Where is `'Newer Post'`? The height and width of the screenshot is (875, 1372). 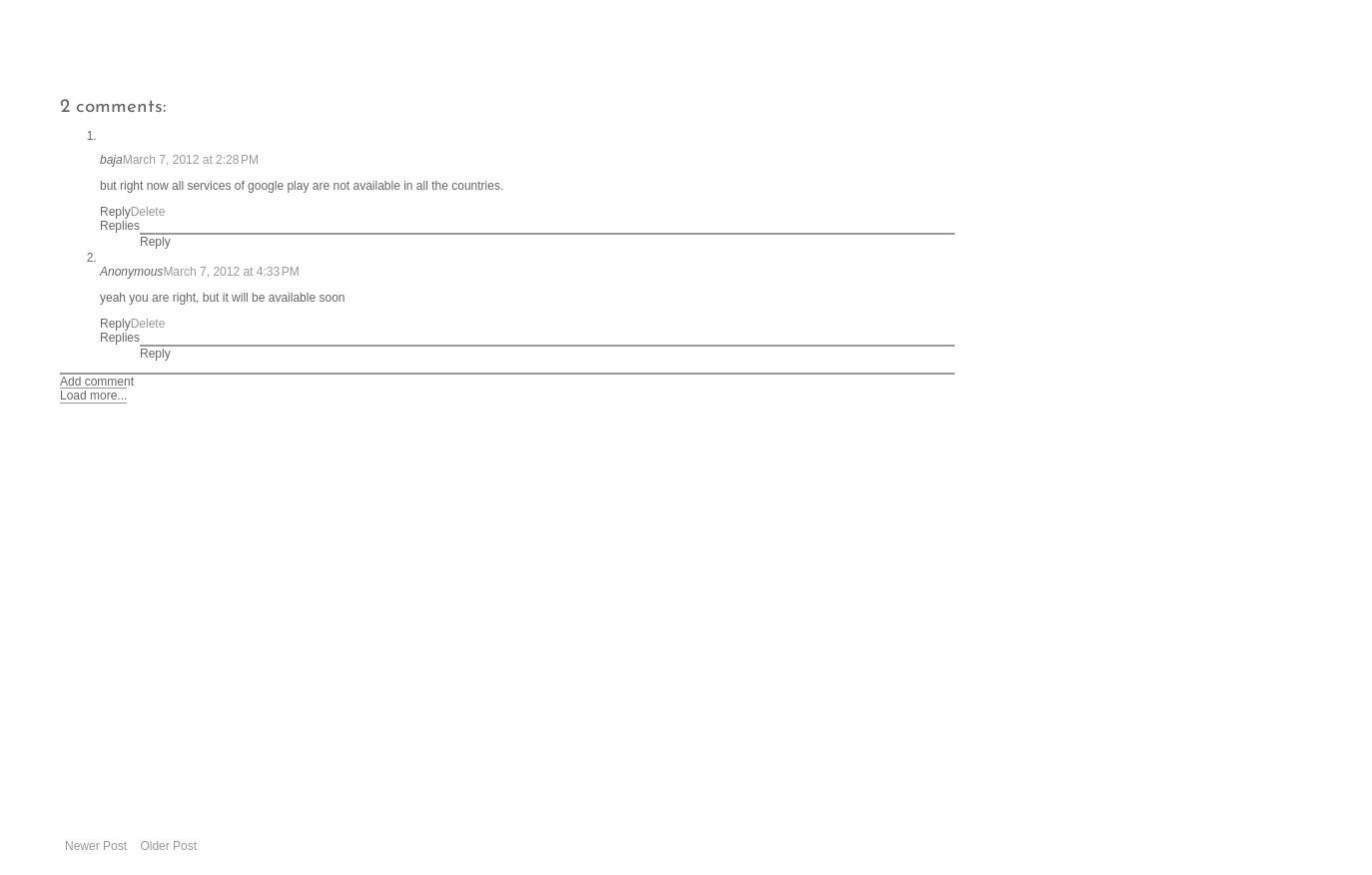 'Newer Post' is located at coordinates (63, 846).